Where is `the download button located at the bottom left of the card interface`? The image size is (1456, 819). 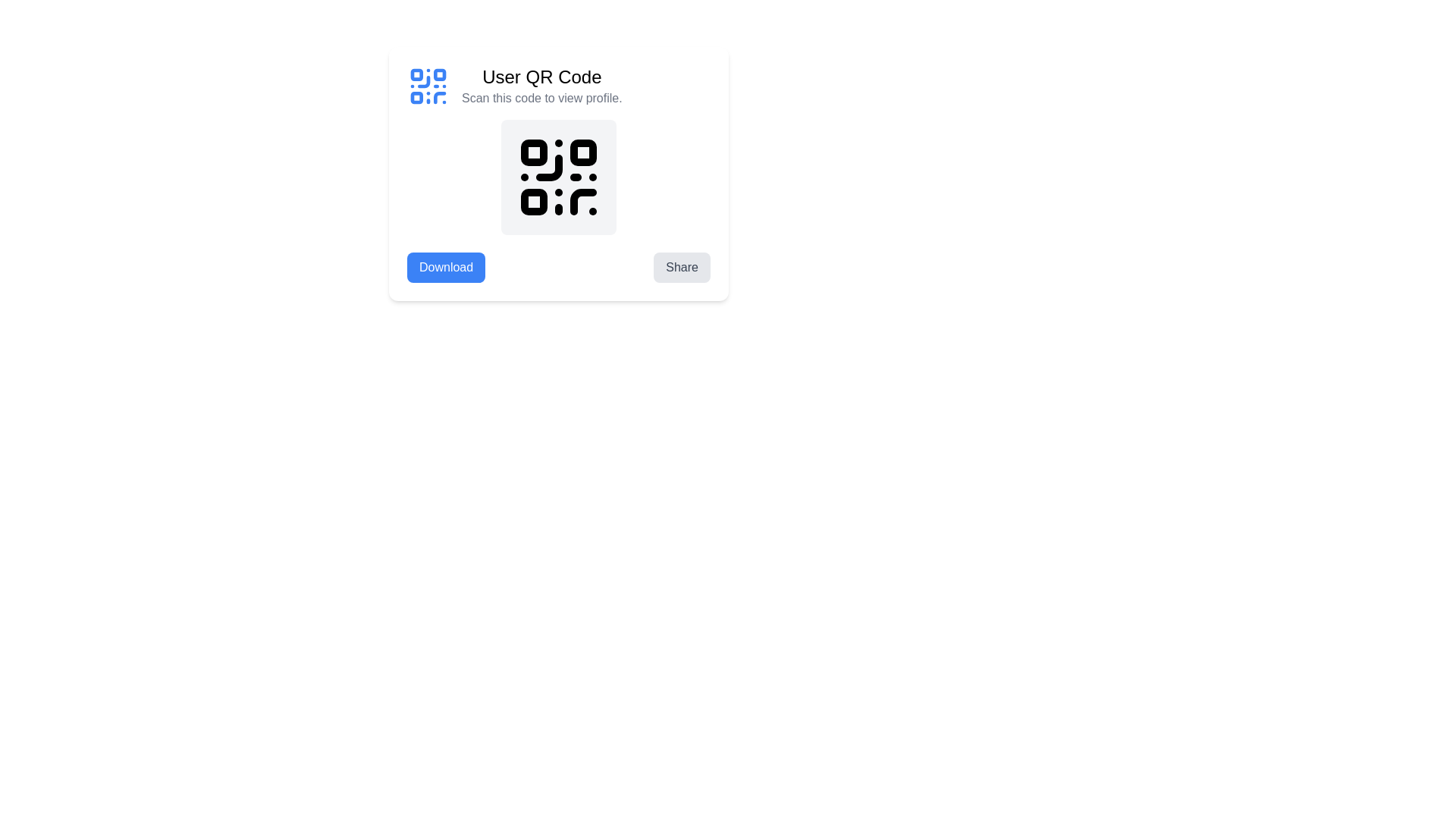 the download button located at the bottom left of the card interface is located at coordinates (445, 267).